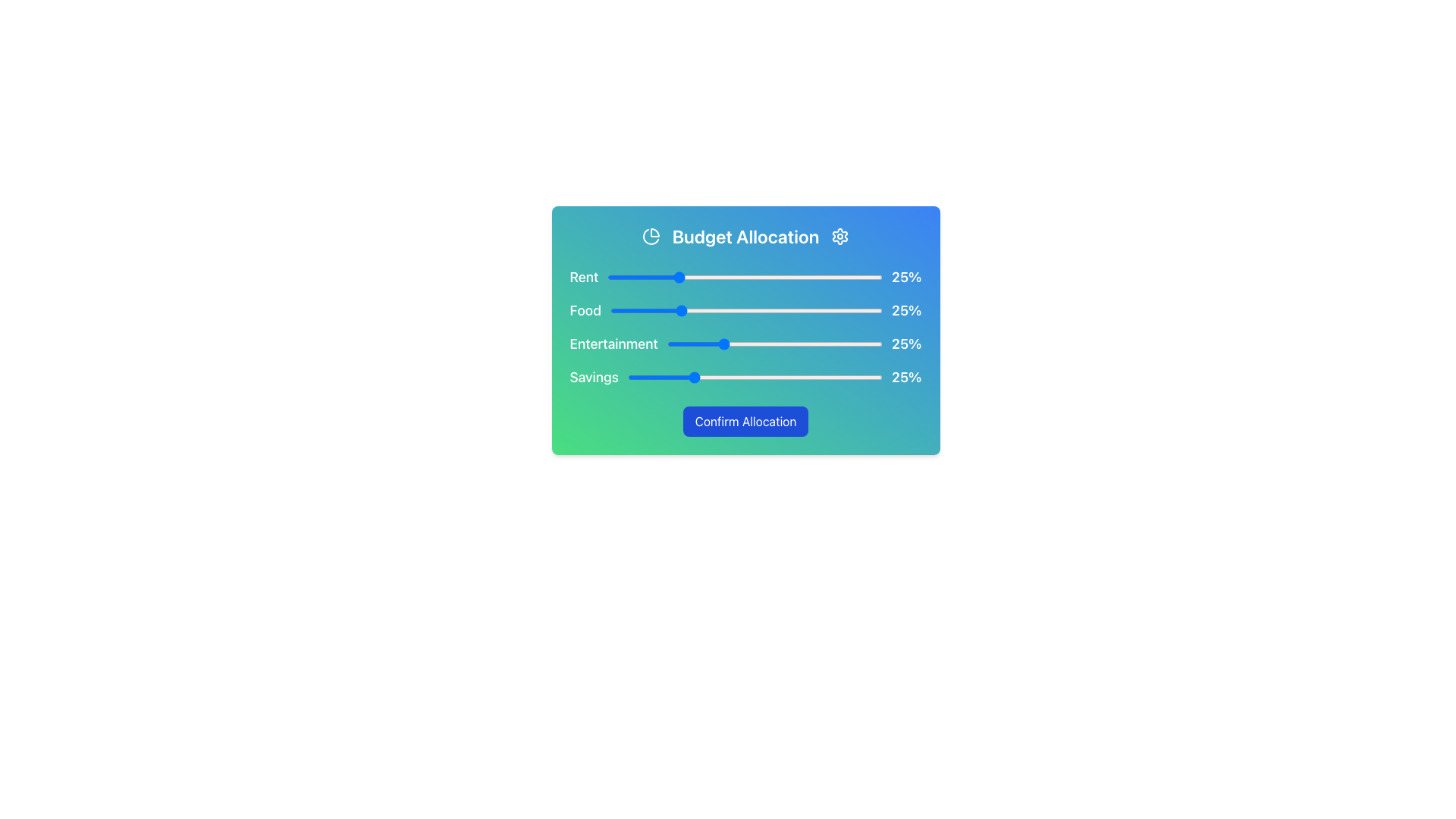 The width and height of the screenshot is (1456, 819). I want to click on the settings icon represented by a gear symbol with a white outline and blue background located at the rightmost side of the title bar labeled 'Budget Allocation', so click(839, 237).